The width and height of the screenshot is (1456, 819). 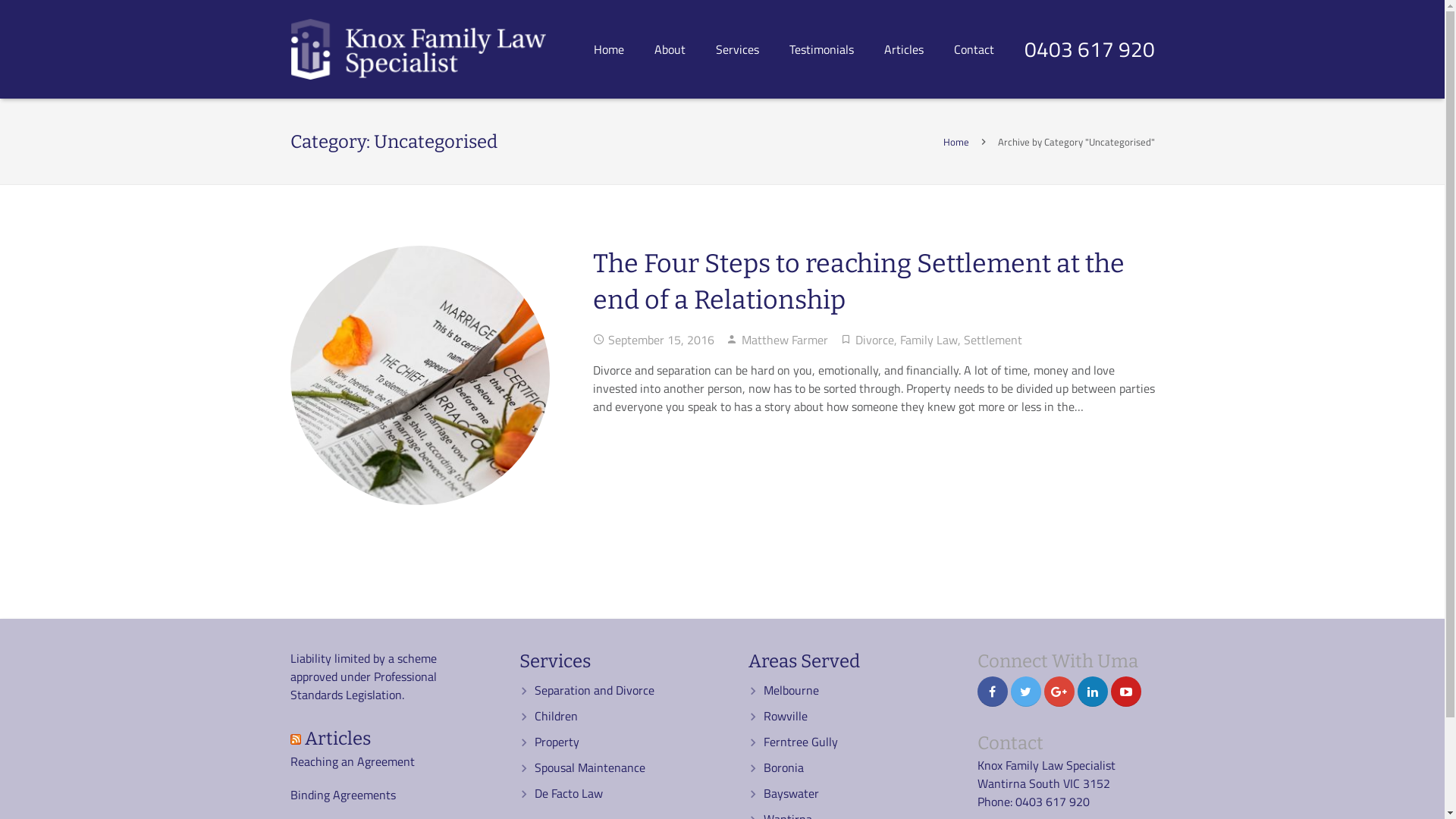 What do you see at coordinates (341, 794) in the screenshot?
I see `'Binding Agreements'` at bounding box center [341, 794].